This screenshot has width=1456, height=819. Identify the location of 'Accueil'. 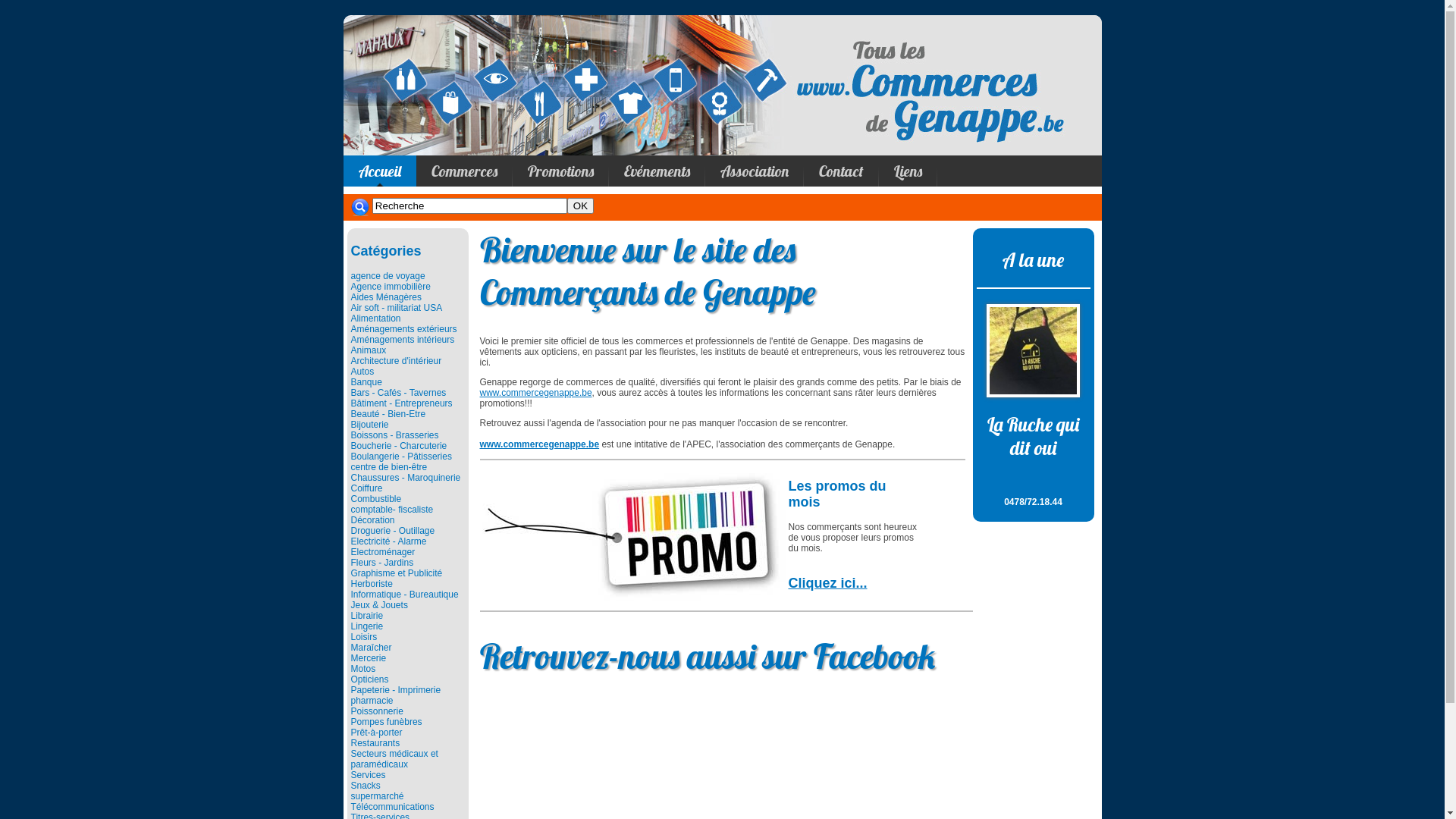
(378, 171).